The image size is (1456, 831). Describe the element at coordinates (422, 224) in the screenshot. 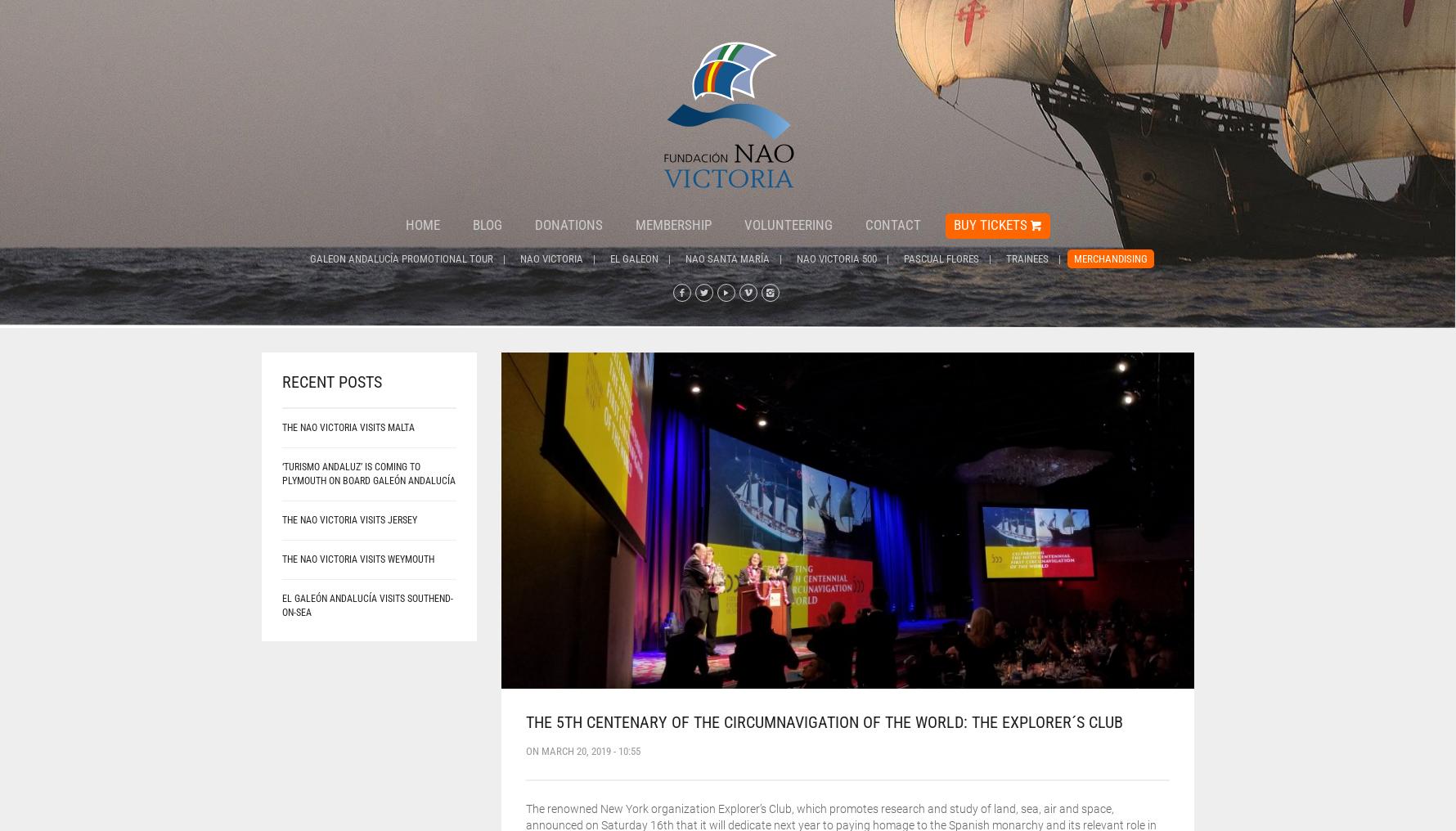

I see `'Home'` at that location.